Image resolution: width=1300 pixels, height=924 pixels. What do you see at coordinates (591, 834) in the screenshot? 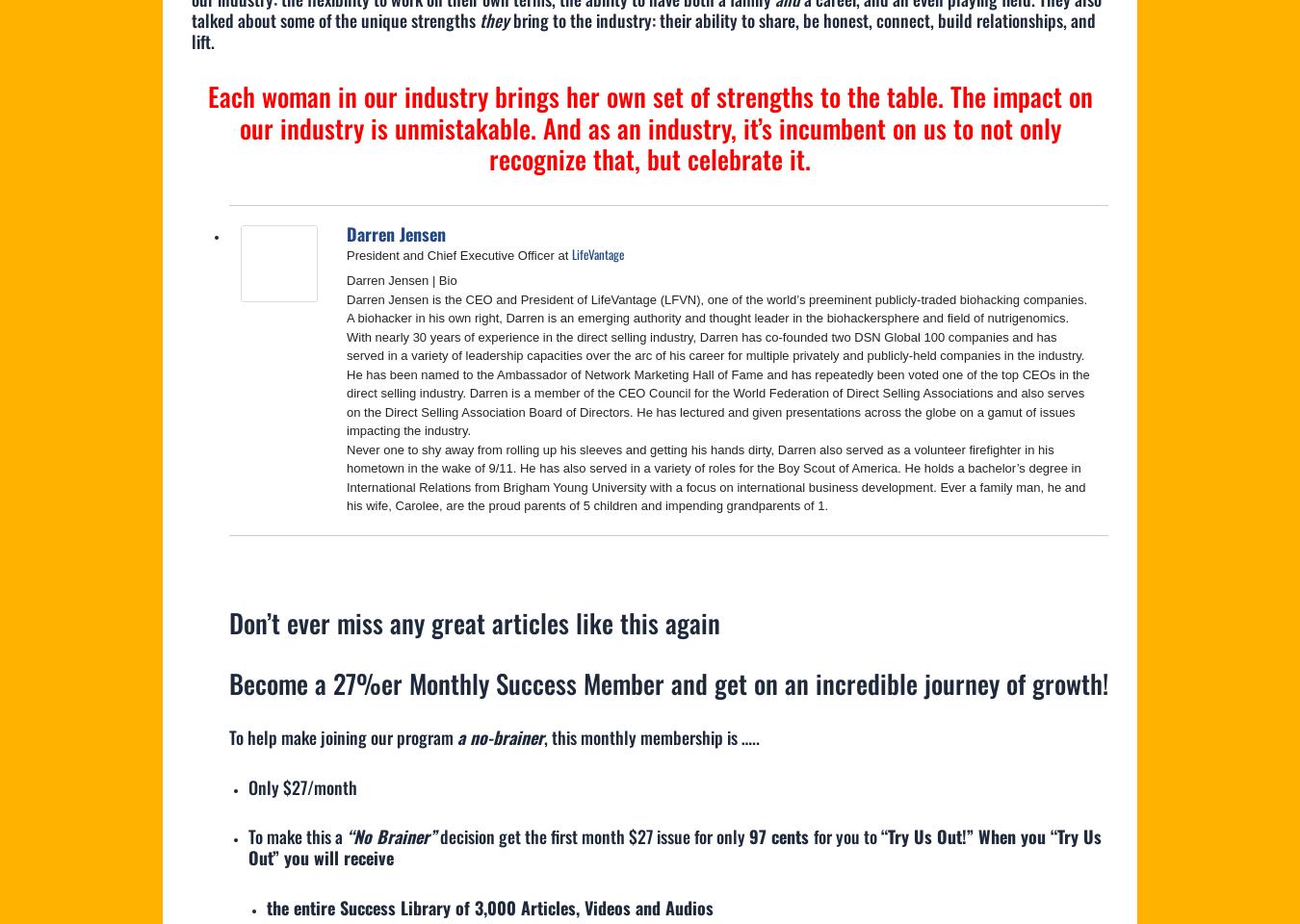
I see `'decision get the first month $27 issue for only'` at bounding box center [591, 834].